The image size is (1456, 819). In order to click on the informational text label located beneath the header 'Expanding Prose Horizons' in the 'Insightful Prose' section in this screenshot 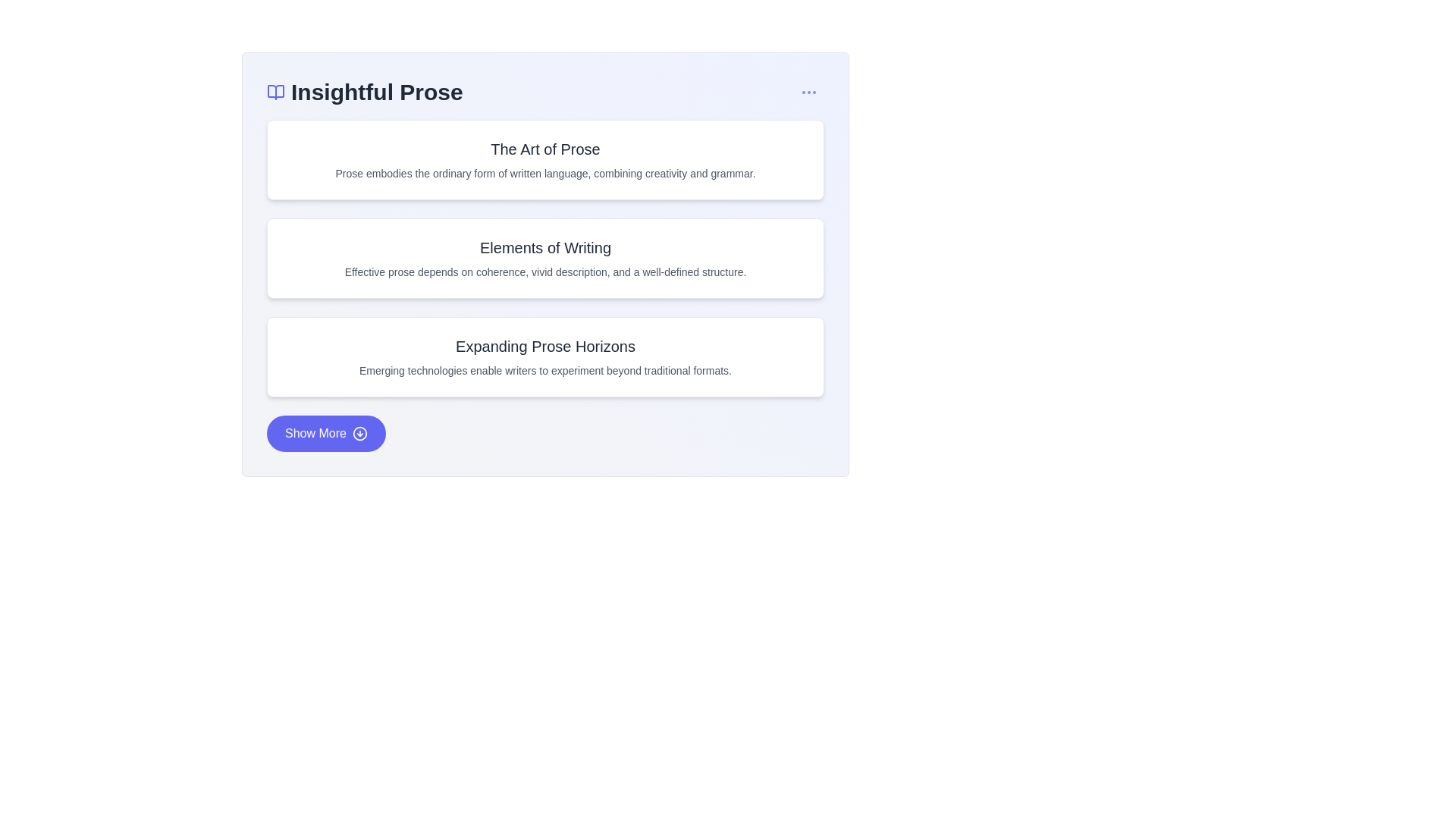, I will do `click(545, 371)`.